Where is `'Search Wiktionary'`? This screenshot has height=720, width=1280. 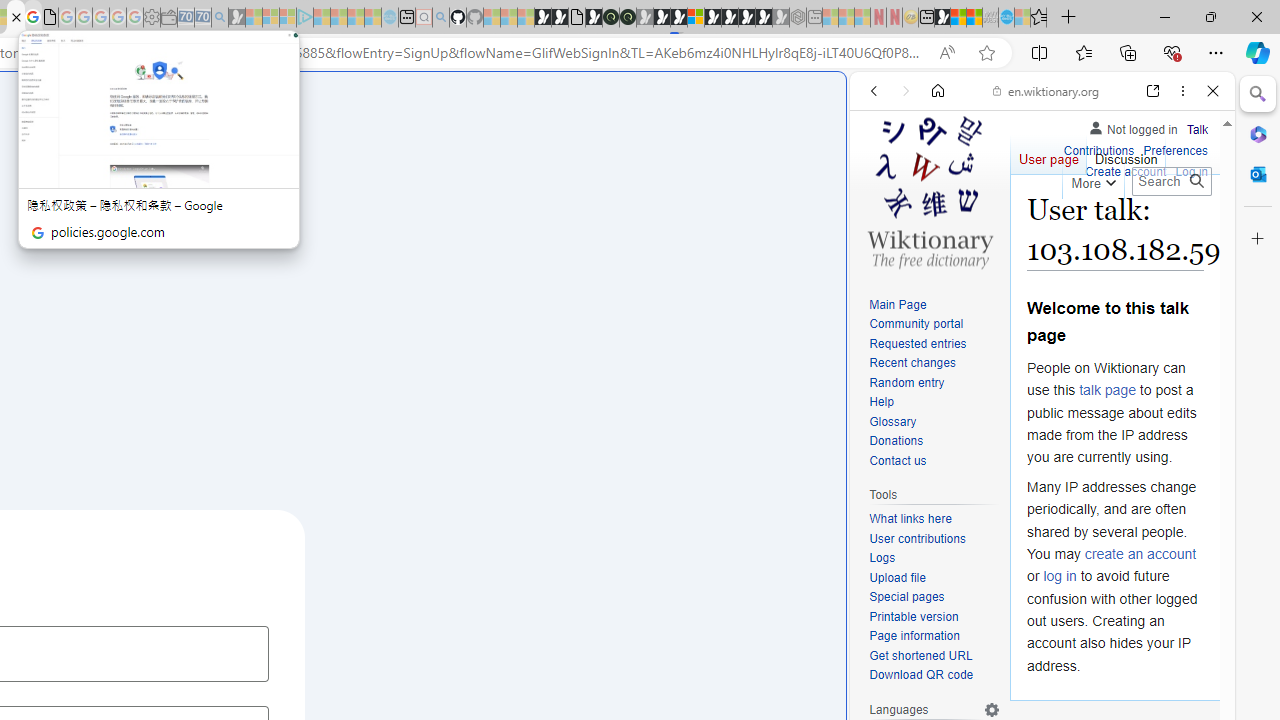
'Search Wiktionary' is located at coordinates (1171, 181).